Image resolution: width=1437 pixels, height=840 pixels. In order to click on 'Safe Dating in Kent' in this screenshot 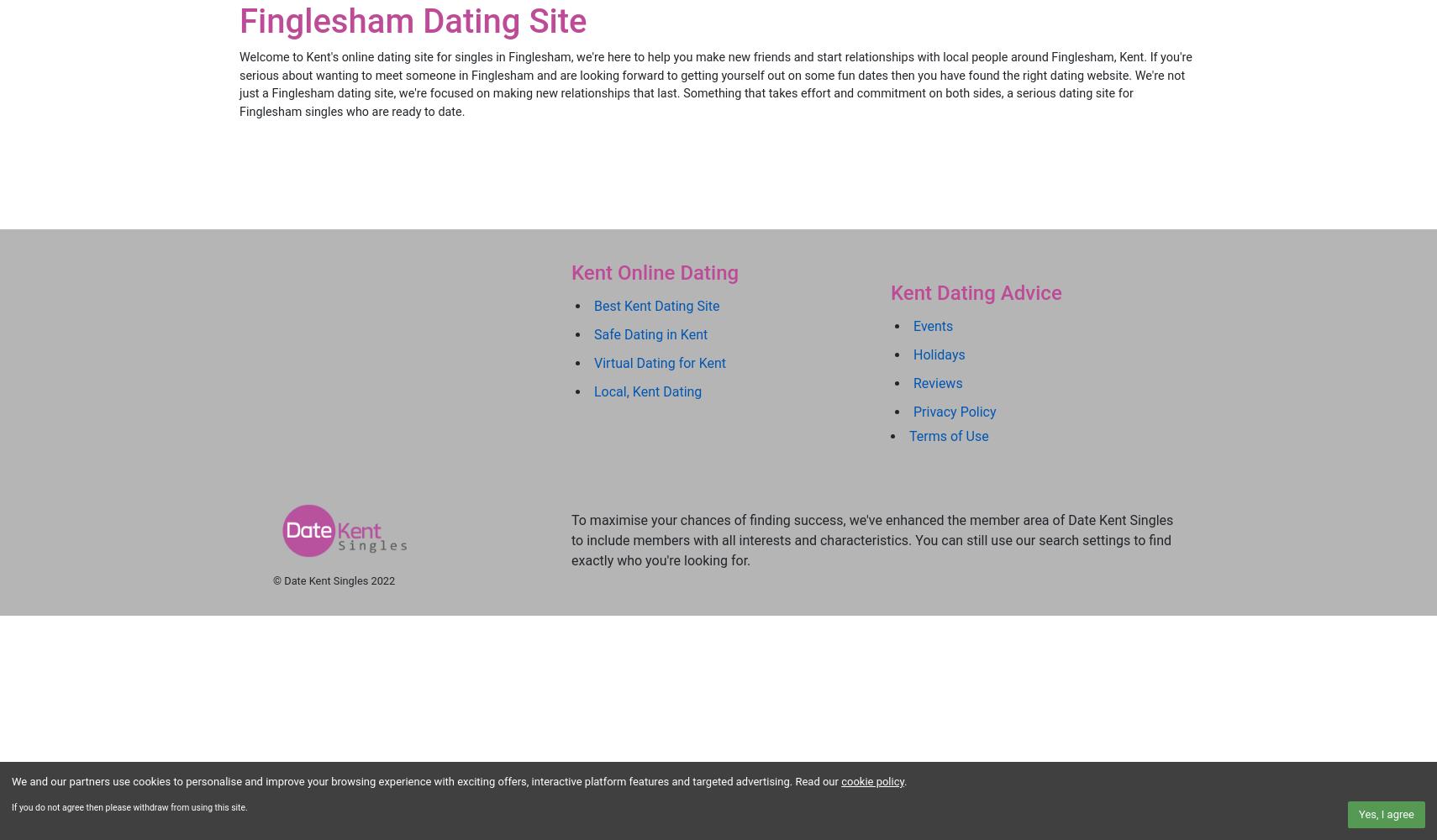, I will do `click(594, 333)`.